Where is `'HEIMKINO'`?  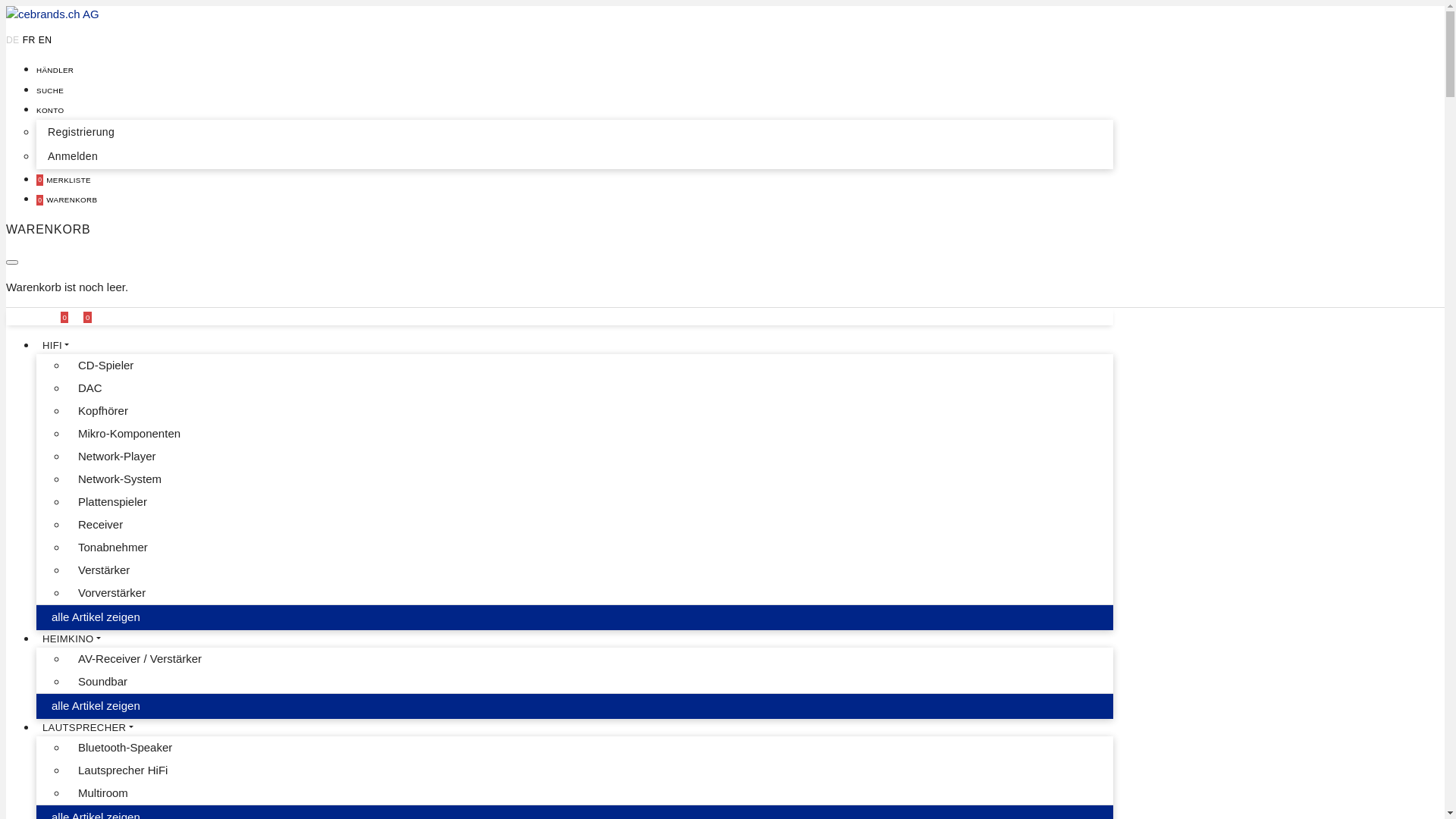
'HEIMKINO' is located at coordinates (71, 638).